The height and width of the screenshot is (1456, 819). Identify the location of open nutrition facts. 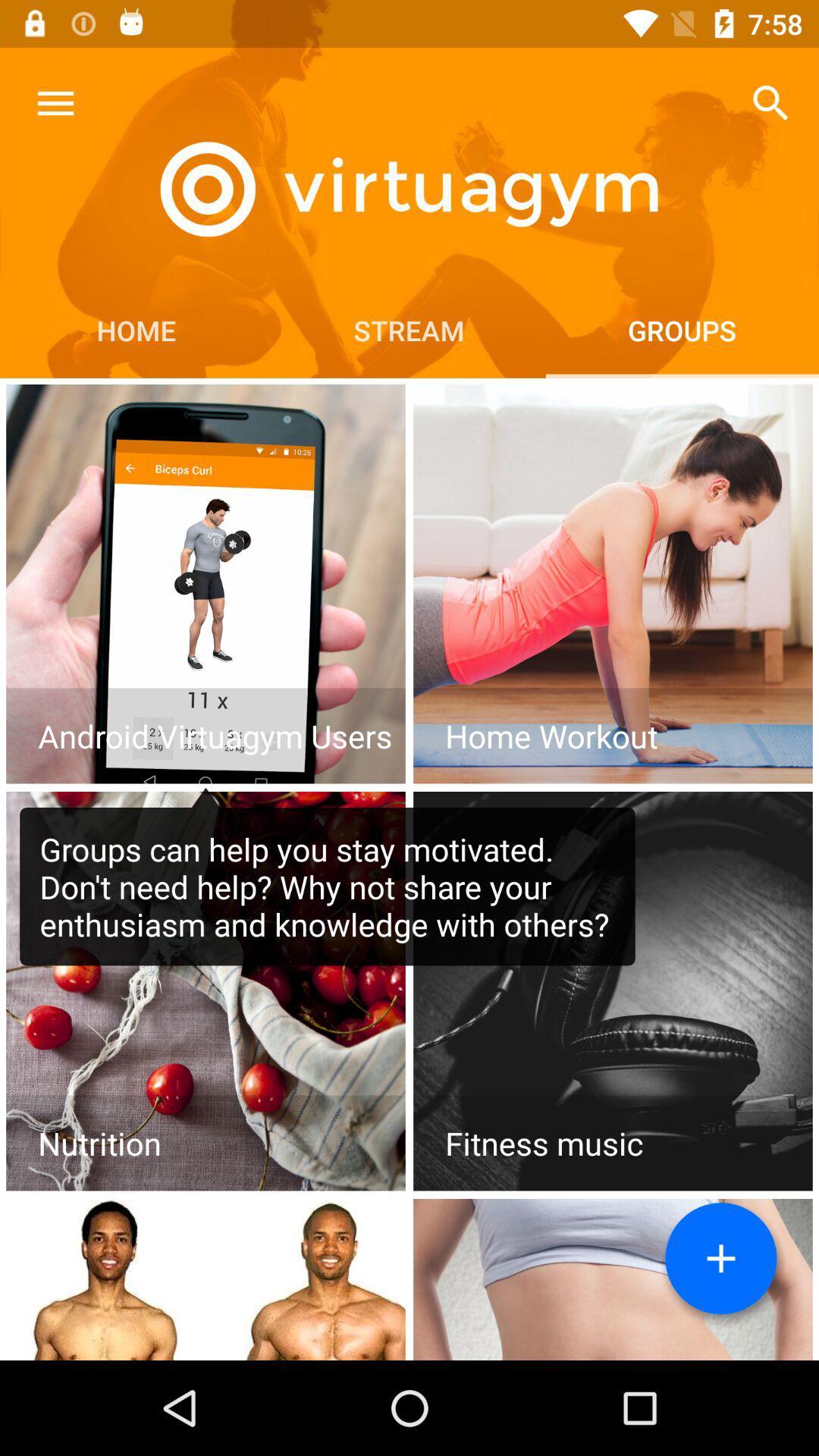
(206, 991).